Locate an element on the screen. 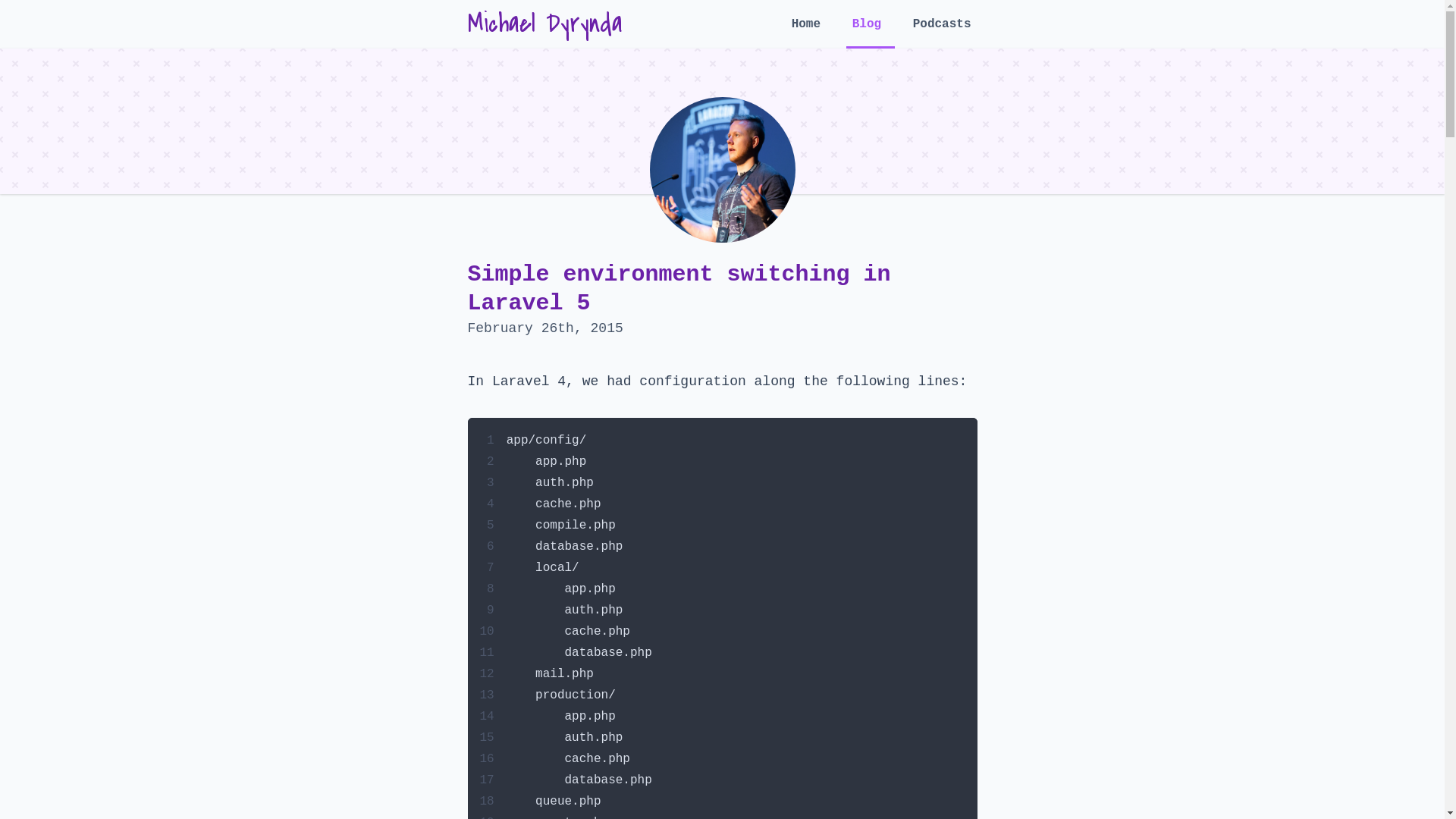 Image resolution: width=1456 pixels, height=819 pixels. 'Michael Dyrynda' is located at coordinates (544, 24).